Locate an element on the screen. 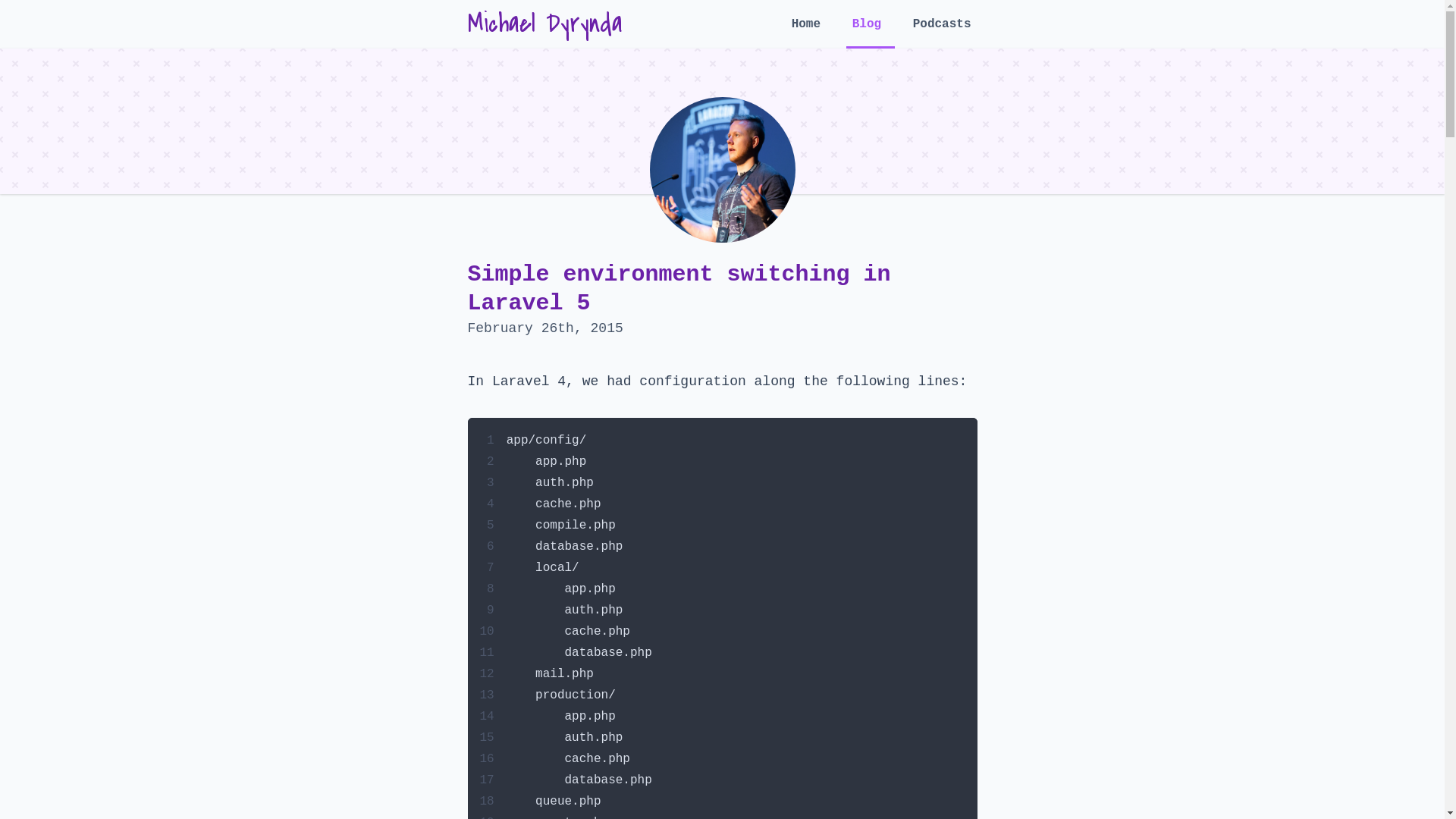 Image resolution: width=1456 pixels, height=819 pixels. 'Michael Dyrynda' is located at coordinates (544, 24).